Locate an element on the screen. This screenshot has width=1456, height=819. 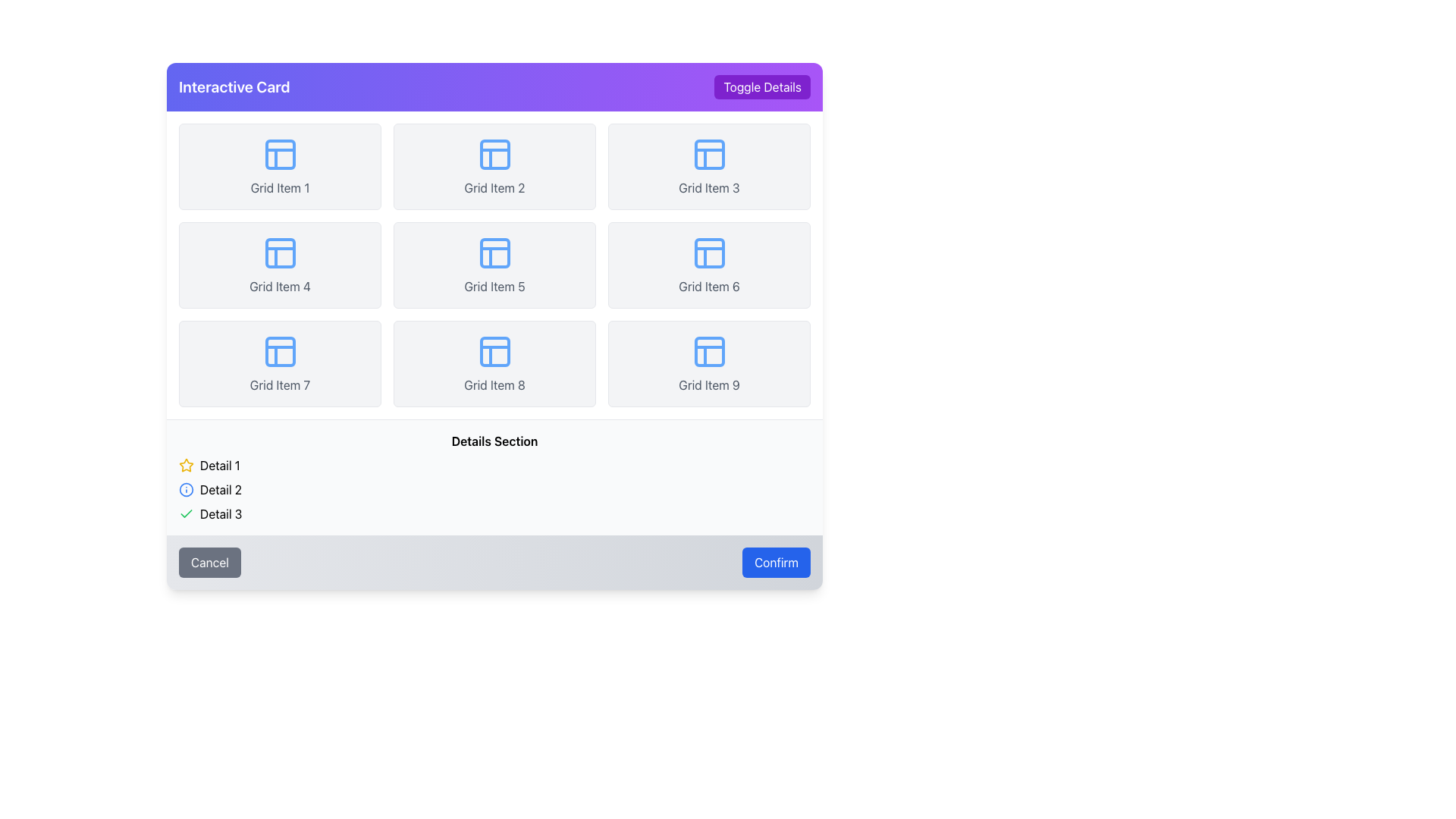
the icon located to the left of the 'Detail 2' text is located at coordinates (185, 489).